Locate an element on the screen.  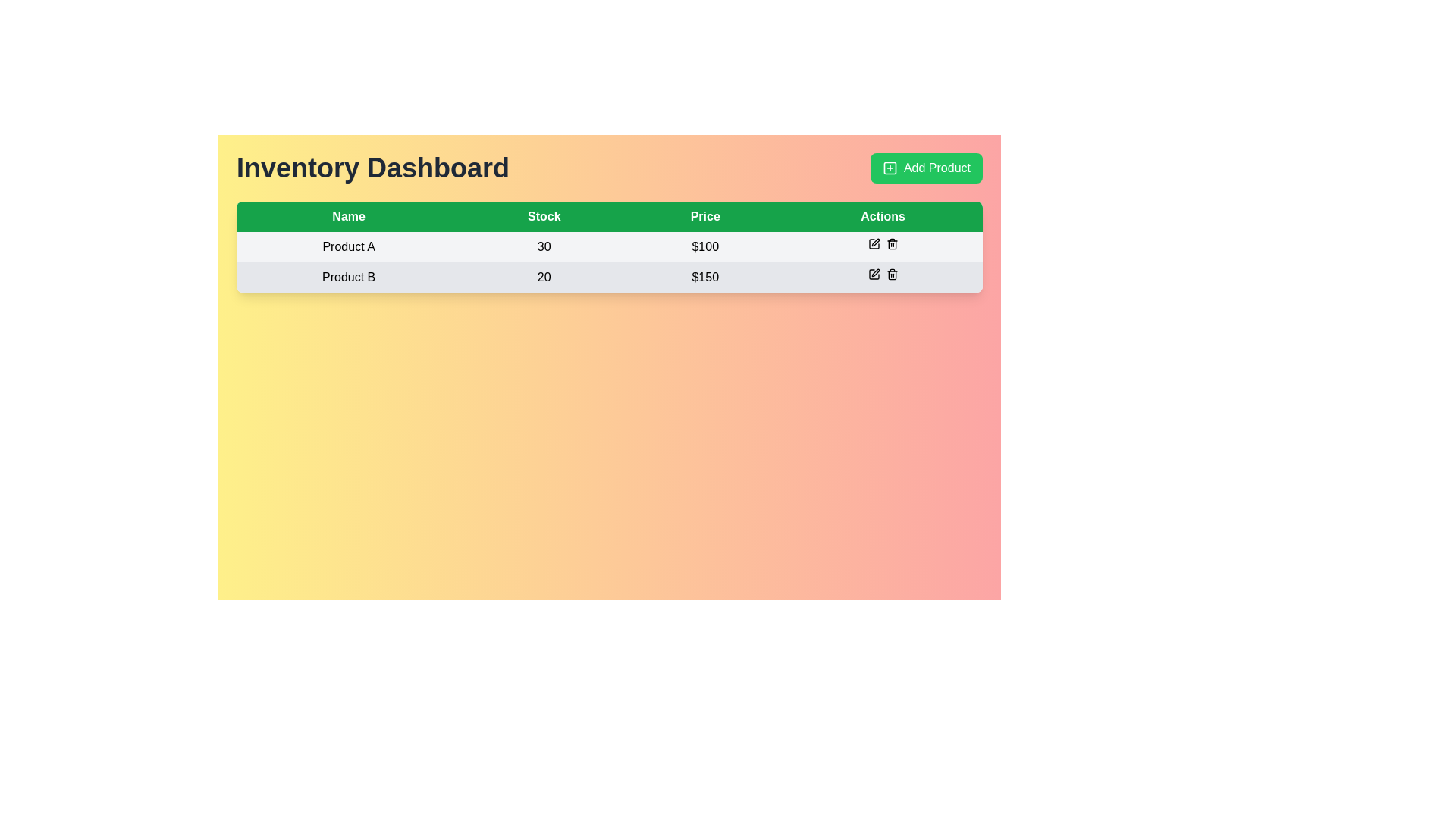
displayed price information from the Text label showing '$150' in black font under the 'Price' column for 'Product B' in the table structure is located at coordinates (704, 278).